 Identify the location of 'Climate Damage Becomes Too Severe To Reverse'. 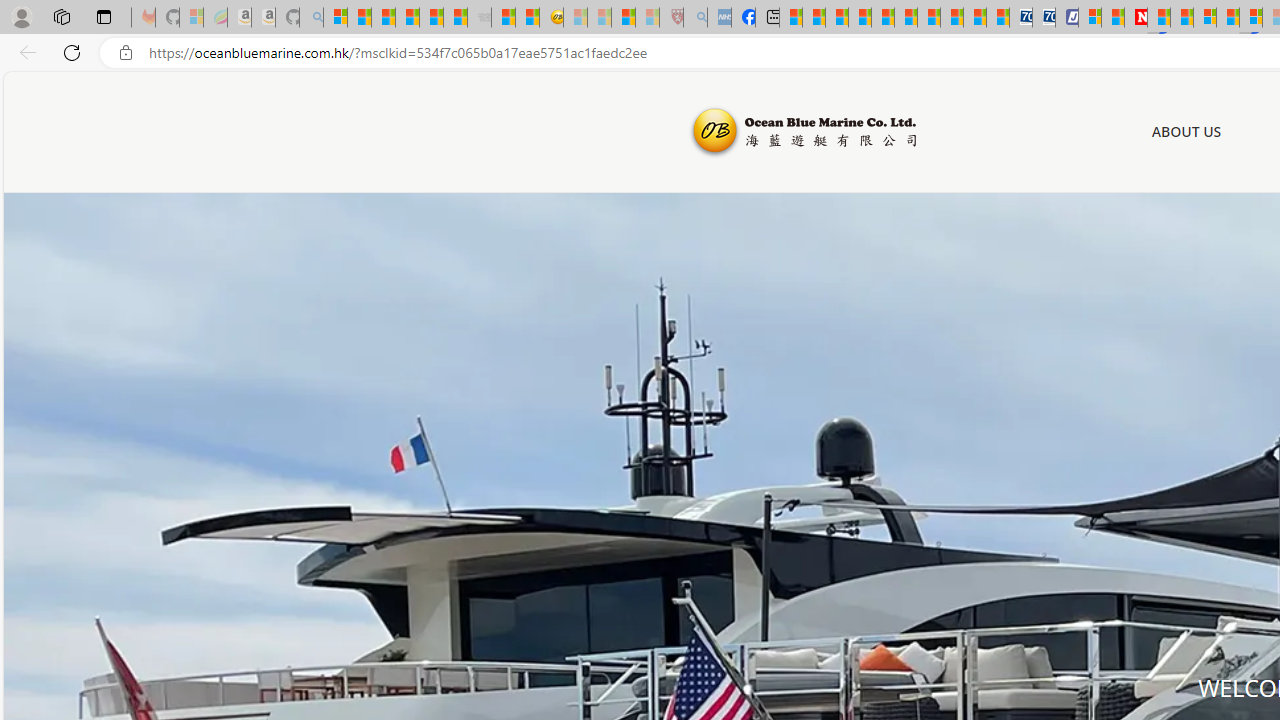
(860, 17).